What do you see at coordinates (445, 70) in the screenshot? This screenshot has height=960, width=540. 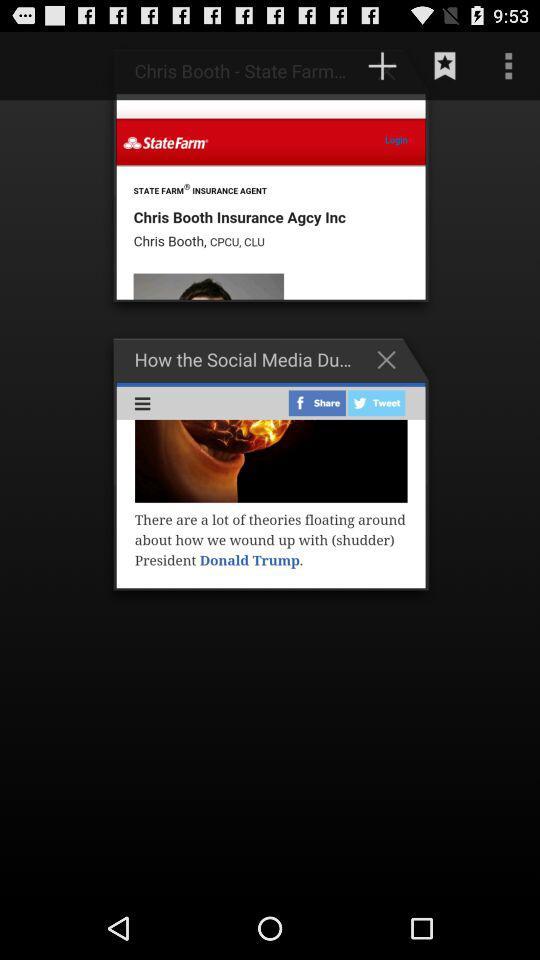 I see `the bookmark icon` at bounding box center [445, 70].